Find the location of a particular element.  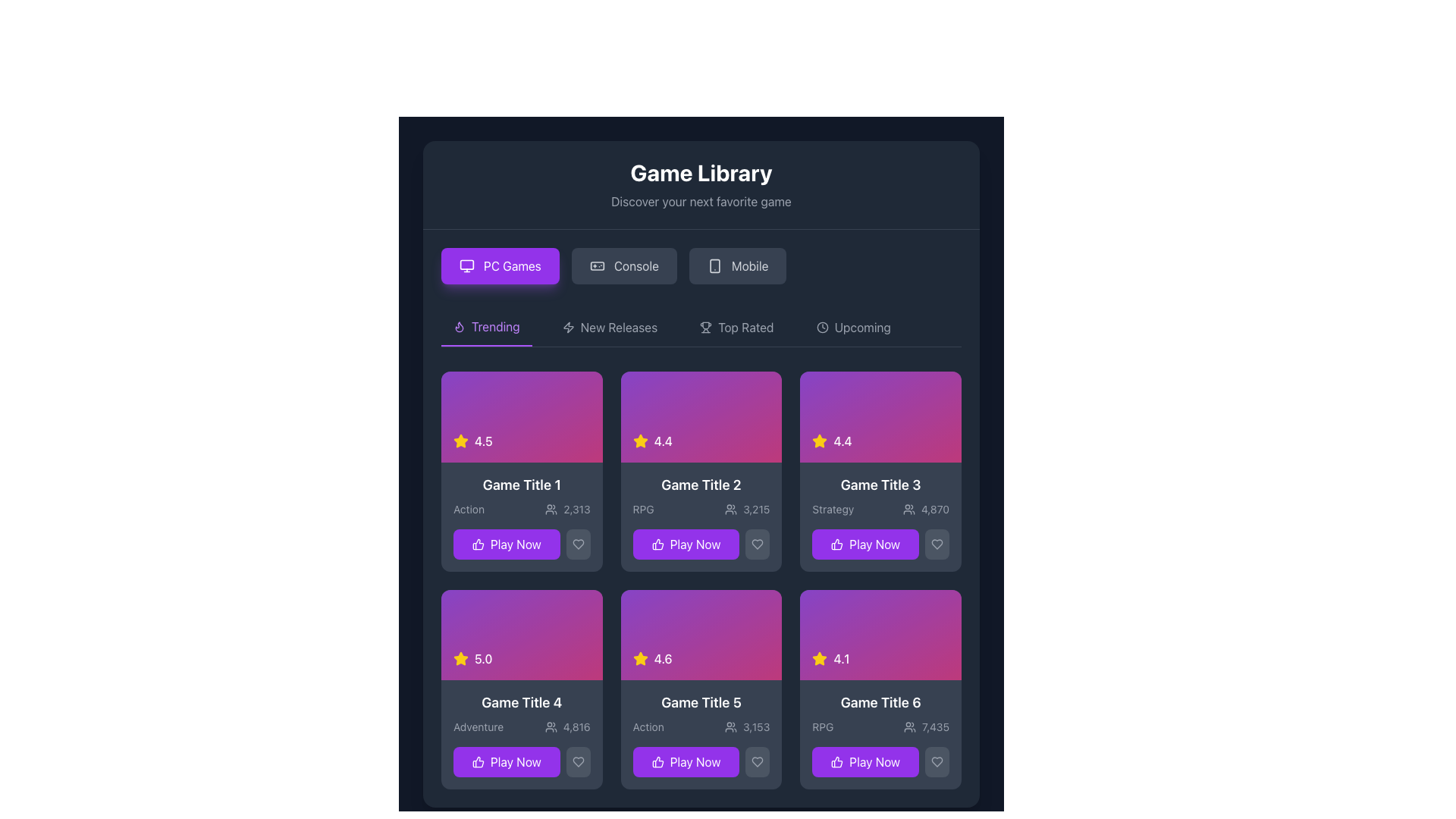

the small heart icon button located in the bottom-right corner of the fifth card under the 'Game Title 5' section is located at coordinates (758, 762).